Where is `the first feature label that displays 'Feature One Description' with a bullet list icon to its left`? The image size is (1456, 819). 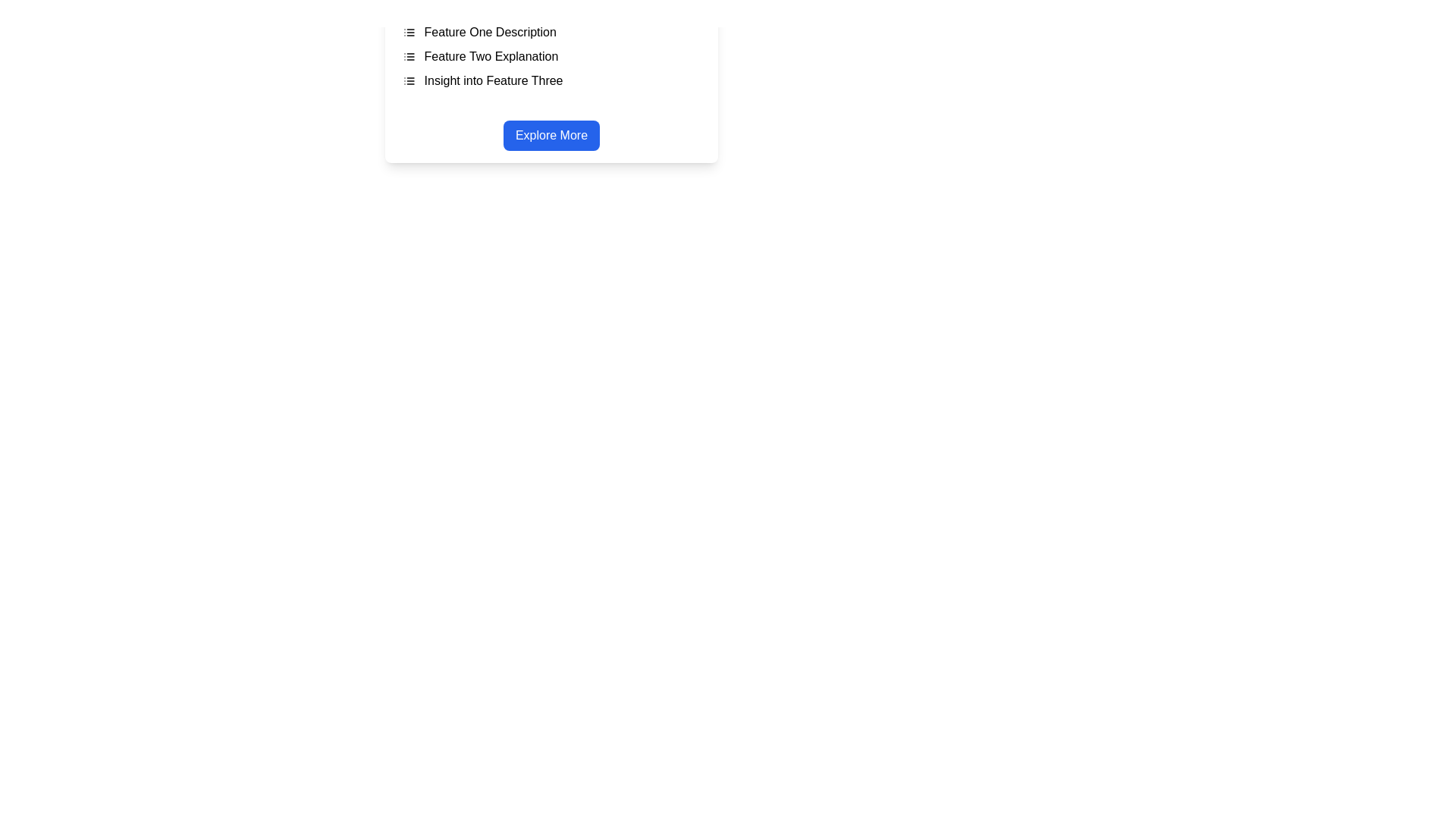 the first feature label that displays 'Feature One Description' with a bullet list icon to its left is located at coordinates (551, 32).